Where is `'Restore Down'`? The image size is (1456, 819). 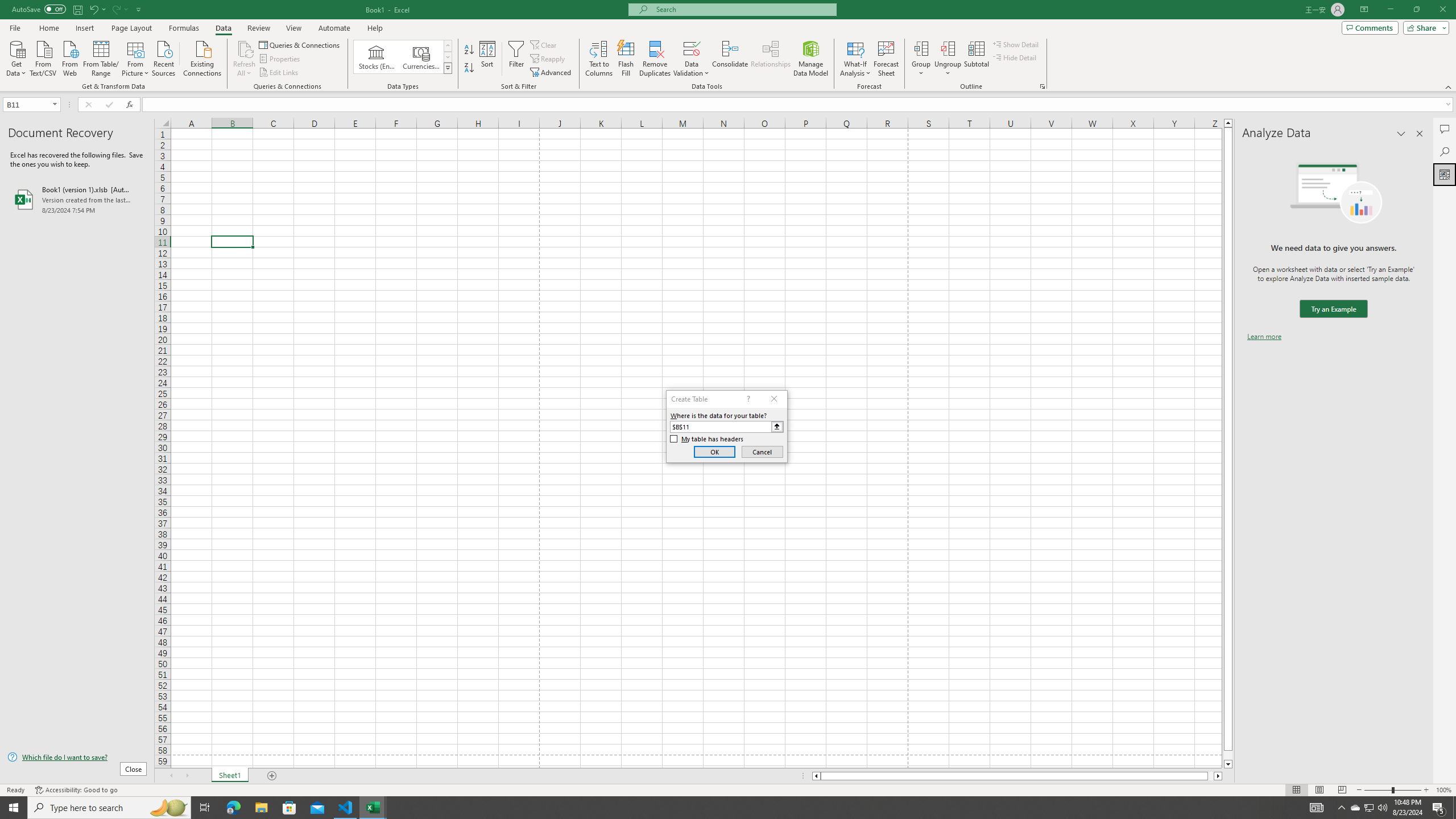 'Restore Down' is located at coordinates (1416, 9).